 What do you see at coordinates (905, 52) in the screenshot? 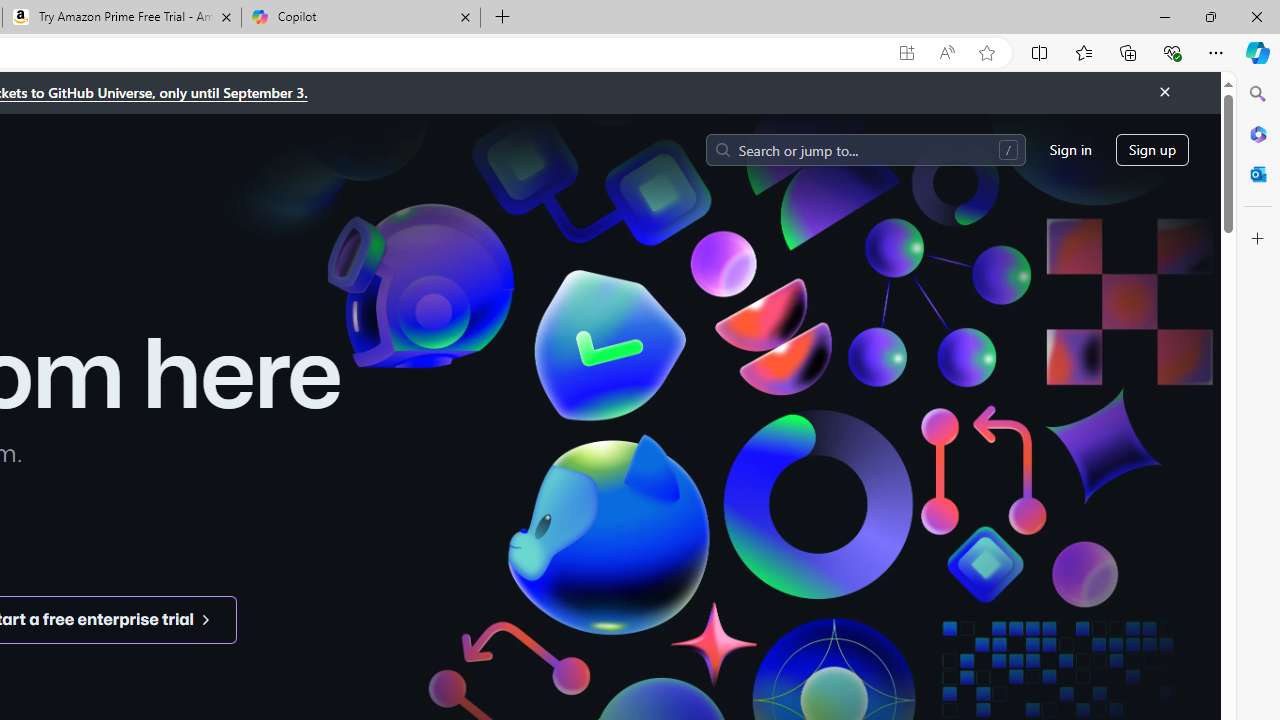
I see `'App available. Install GitHub'` at bounding box center [905, 52].